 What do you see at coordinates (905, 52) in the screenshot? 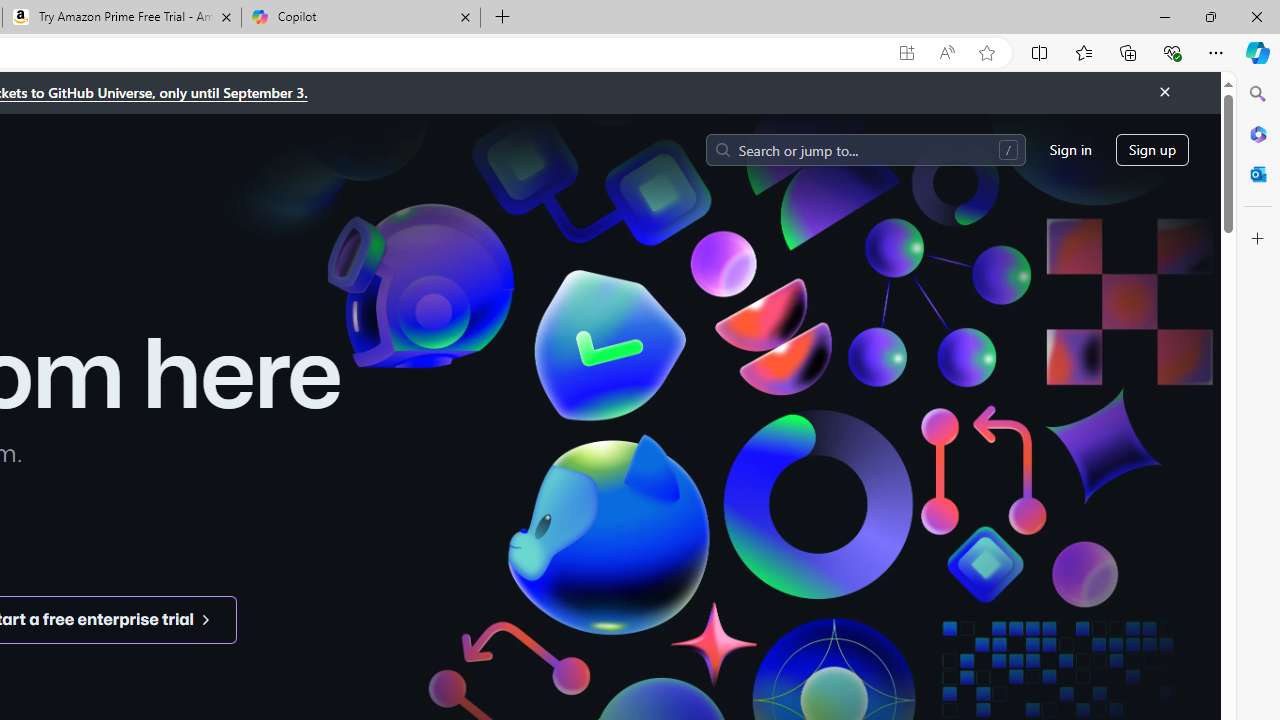
I see `'App available. Install GitHub'` at bounding box center [905, 52].